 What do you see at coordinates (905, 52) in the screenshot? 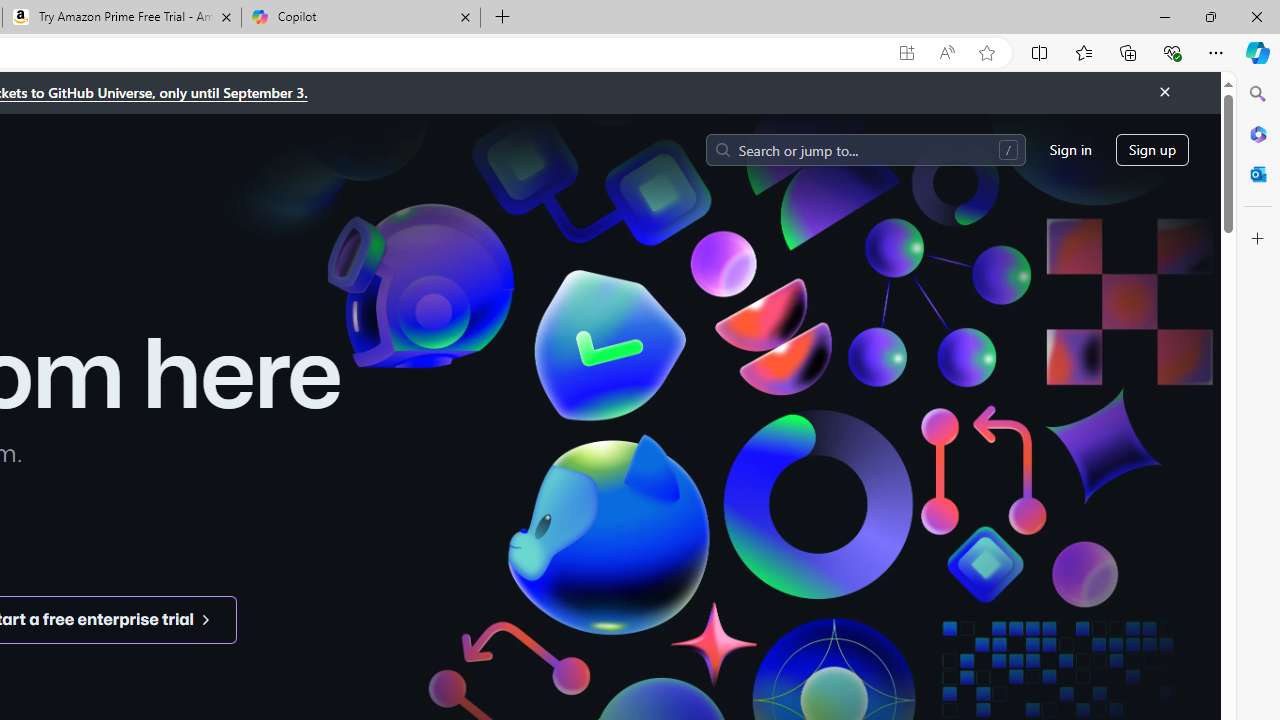
I see `'App available. Install GitHub'` at bounding box center [905, 52].